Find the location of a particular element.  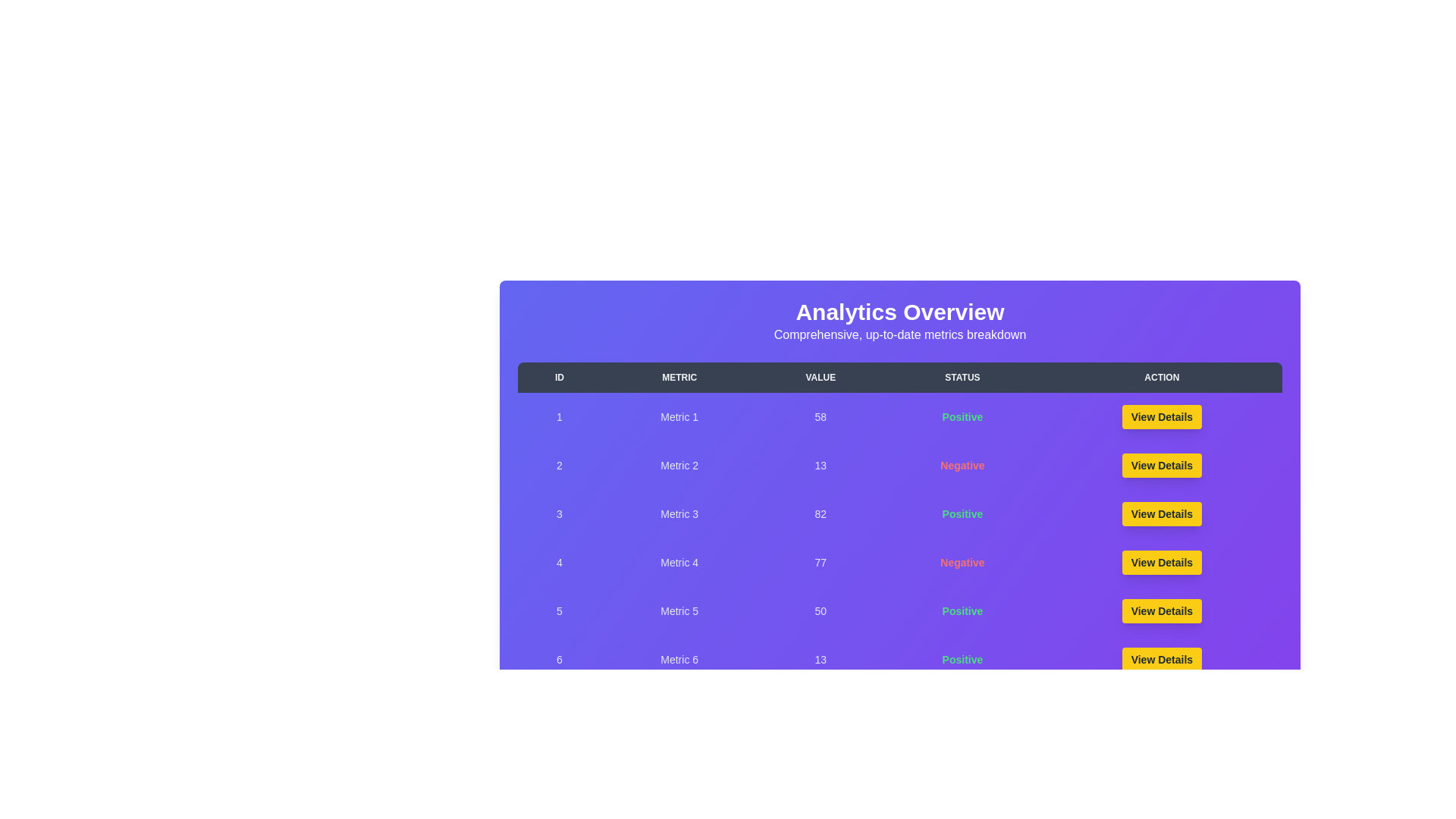

the row corresponding to 6 is located at coordinates (899, 659).